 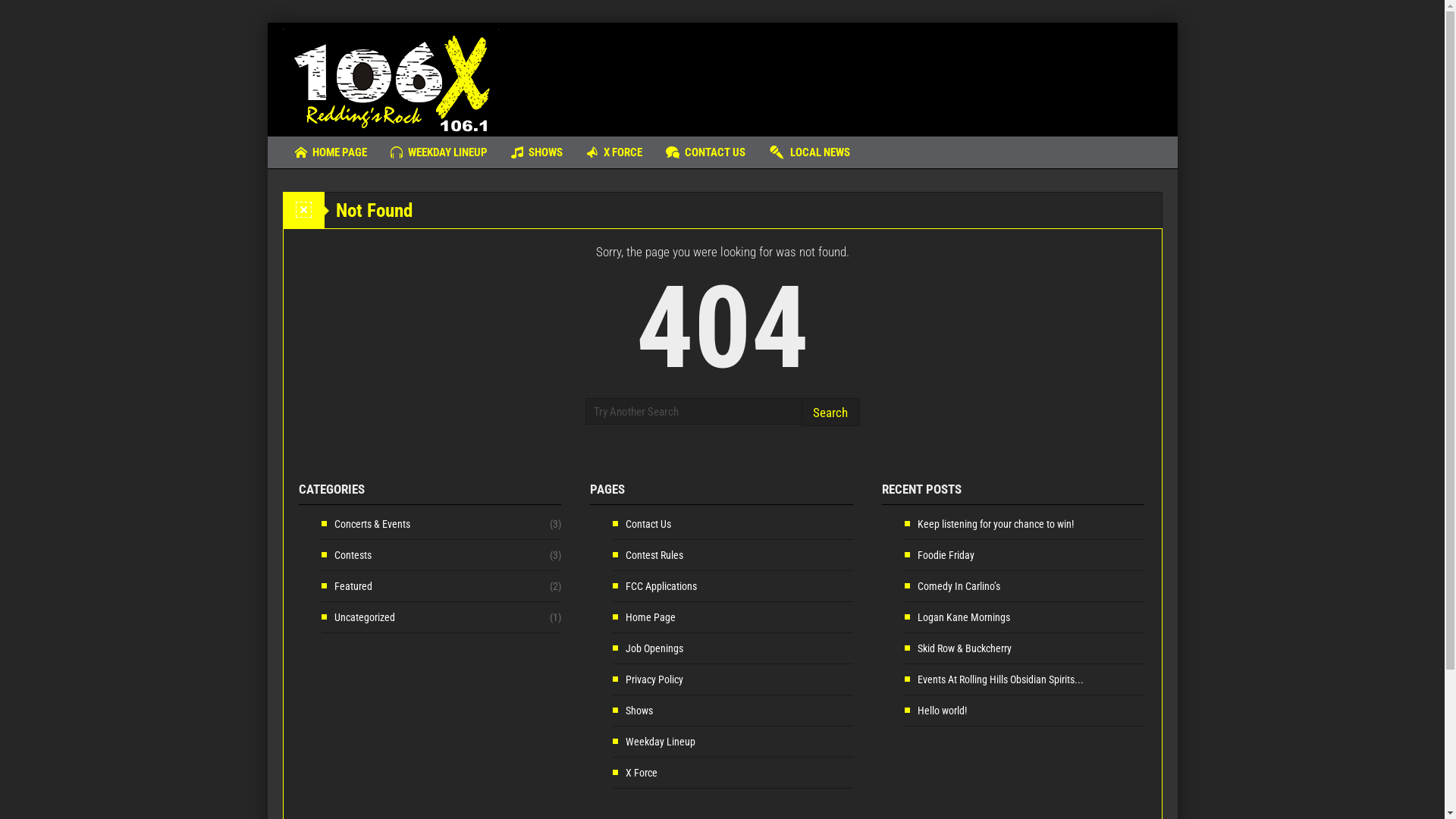 I want to click on 'Uncategorized', so click(x=357, y=617).